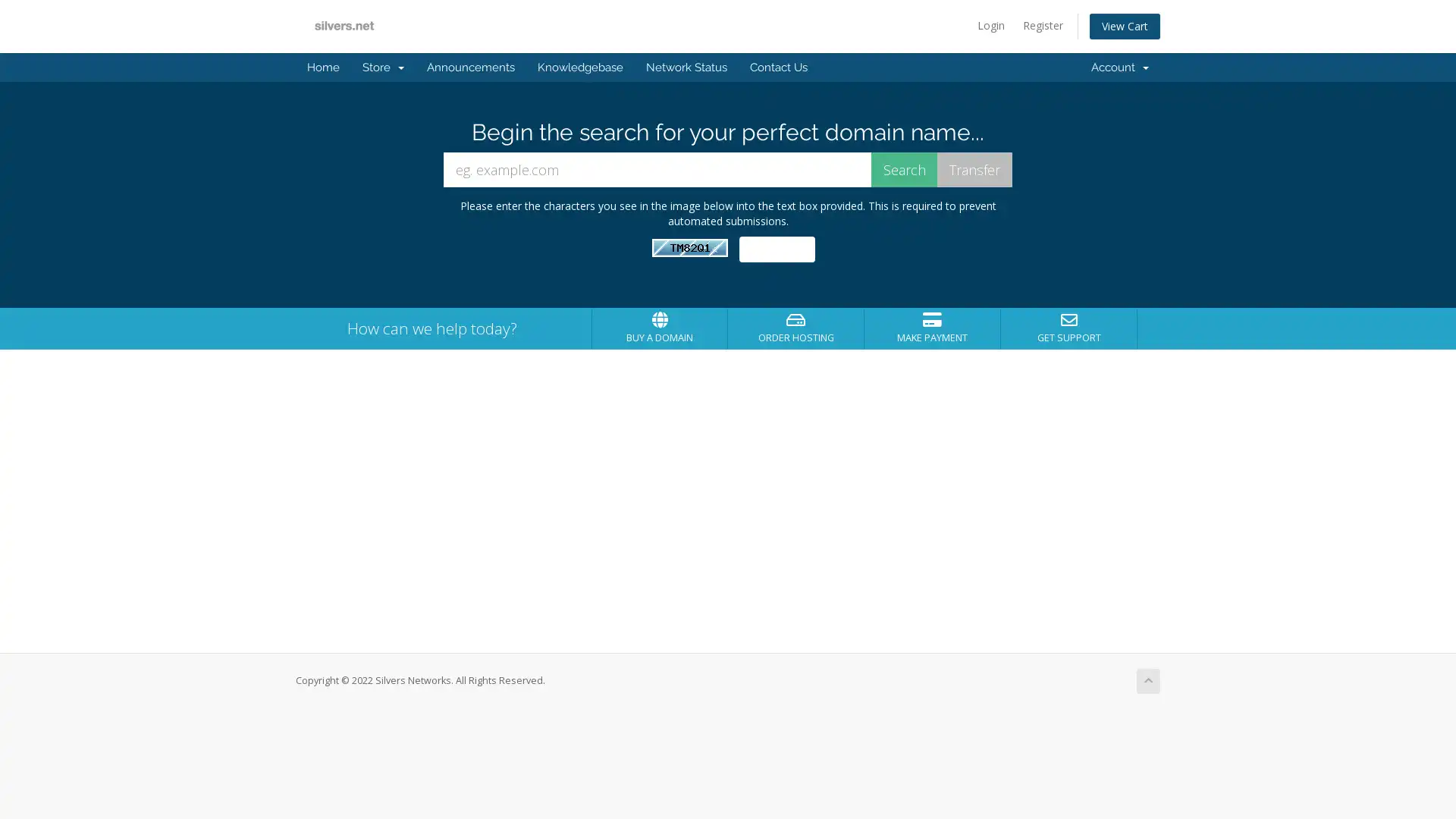 The image size is (1456, 819). I want to click on Search, so click(905, 169).